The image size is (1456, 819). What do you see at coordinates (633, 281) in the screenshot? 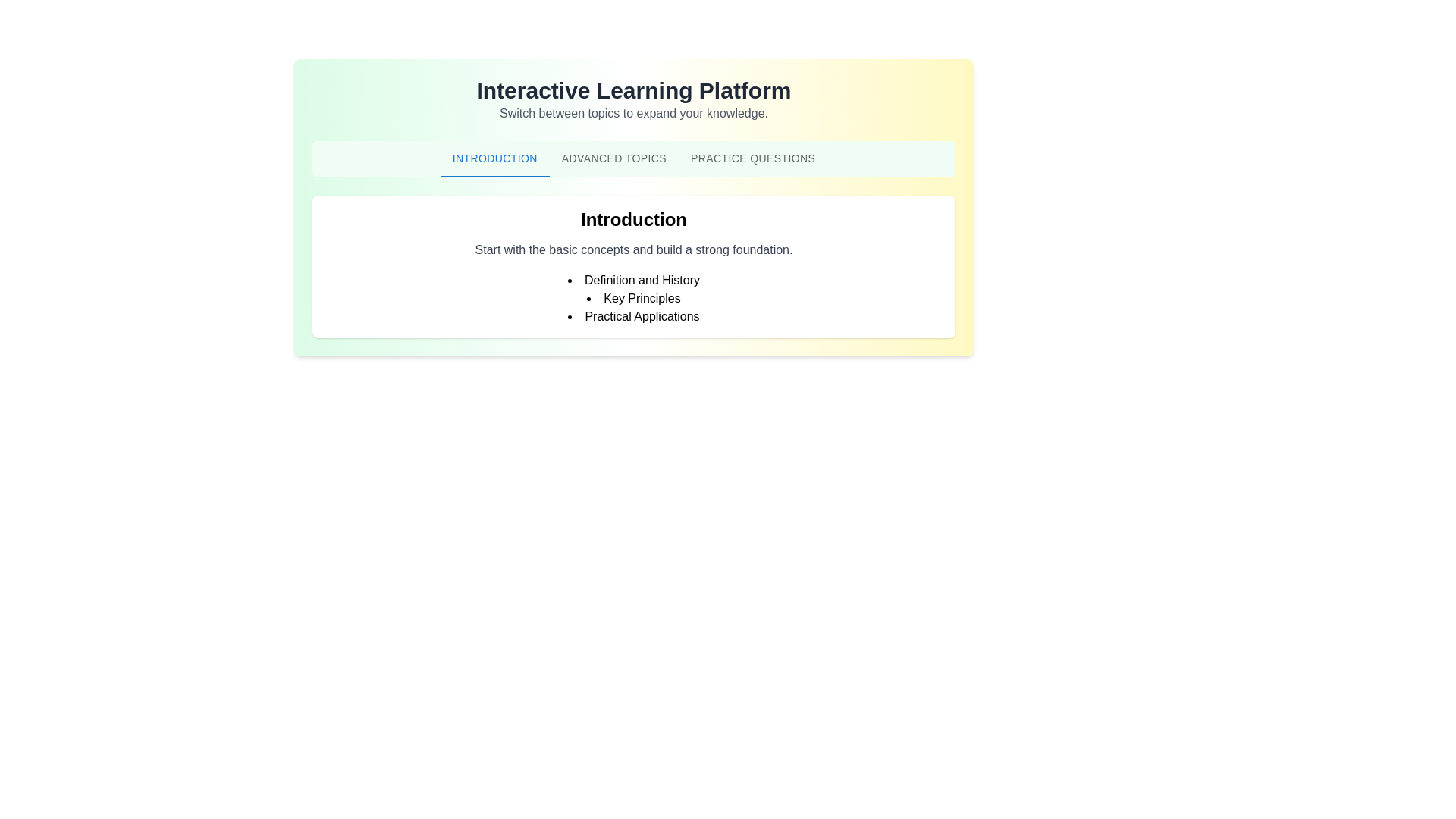
I see `the text label located as the first item in the bulleted list under the 'Introduction' section, which indicates a topic or section` at bounding box center [633, 281].